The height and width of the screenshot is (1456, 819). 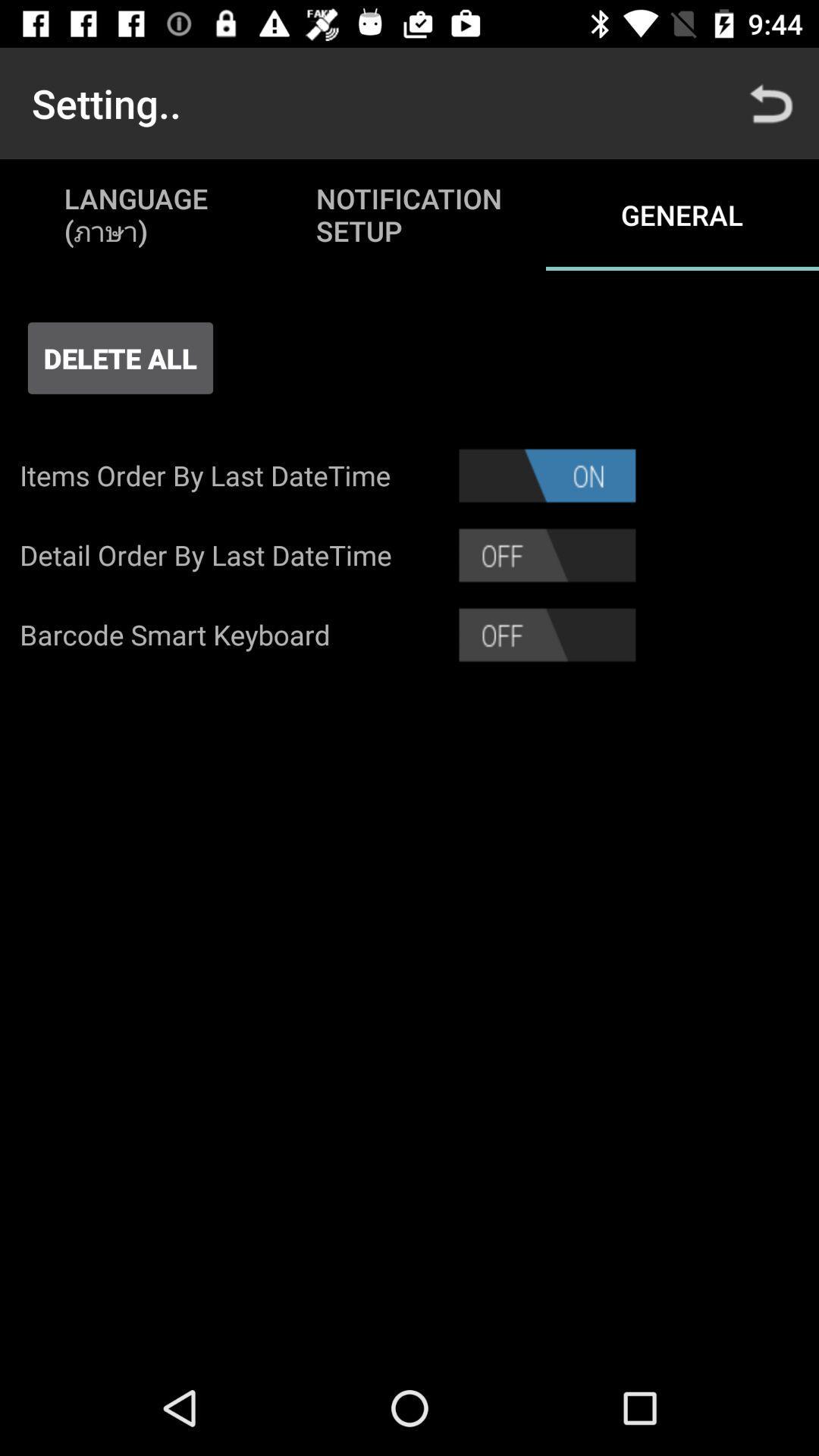 What do you see at coordinates (119, 357) in the screenshot?
I see `delete all icon` at bounding box center [119, 357].